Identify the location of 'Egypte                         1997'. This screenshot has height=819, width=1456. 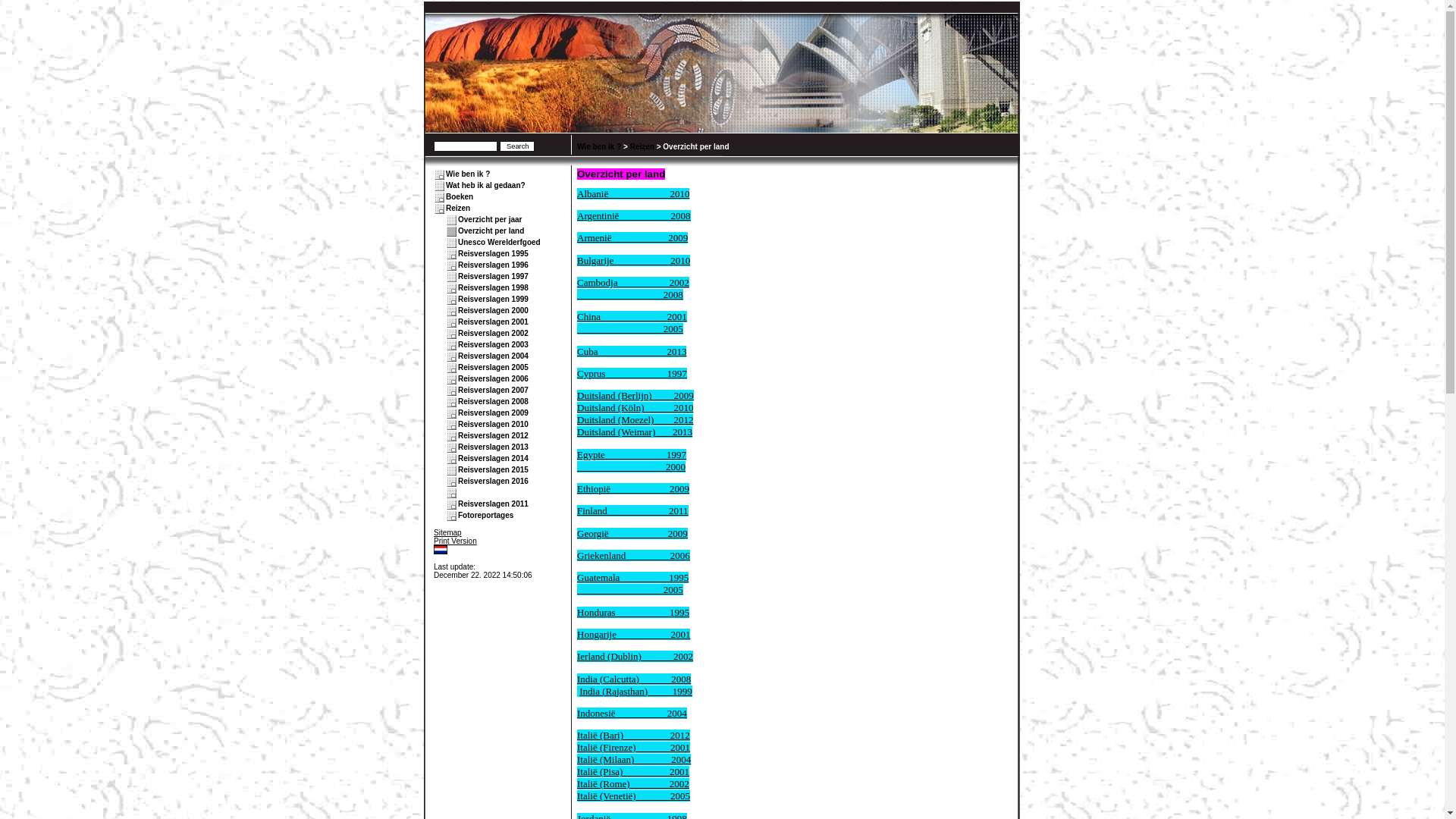
(632, 453).